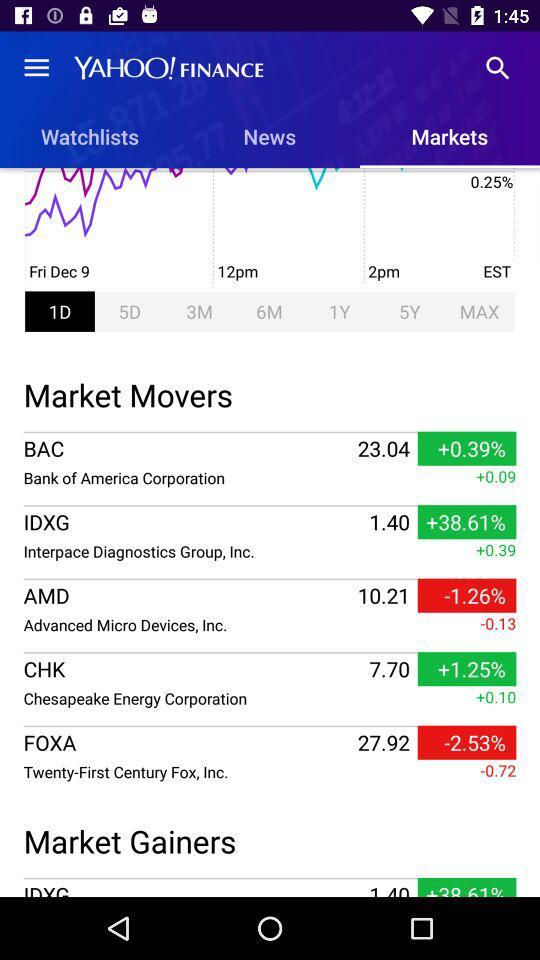 Image resolution: width=540 pixels, height=960 pixels. What do you see at coordinates (270, 432) in the screenshot?
I see `item above the +0.09` at bounding box center [270, 432].